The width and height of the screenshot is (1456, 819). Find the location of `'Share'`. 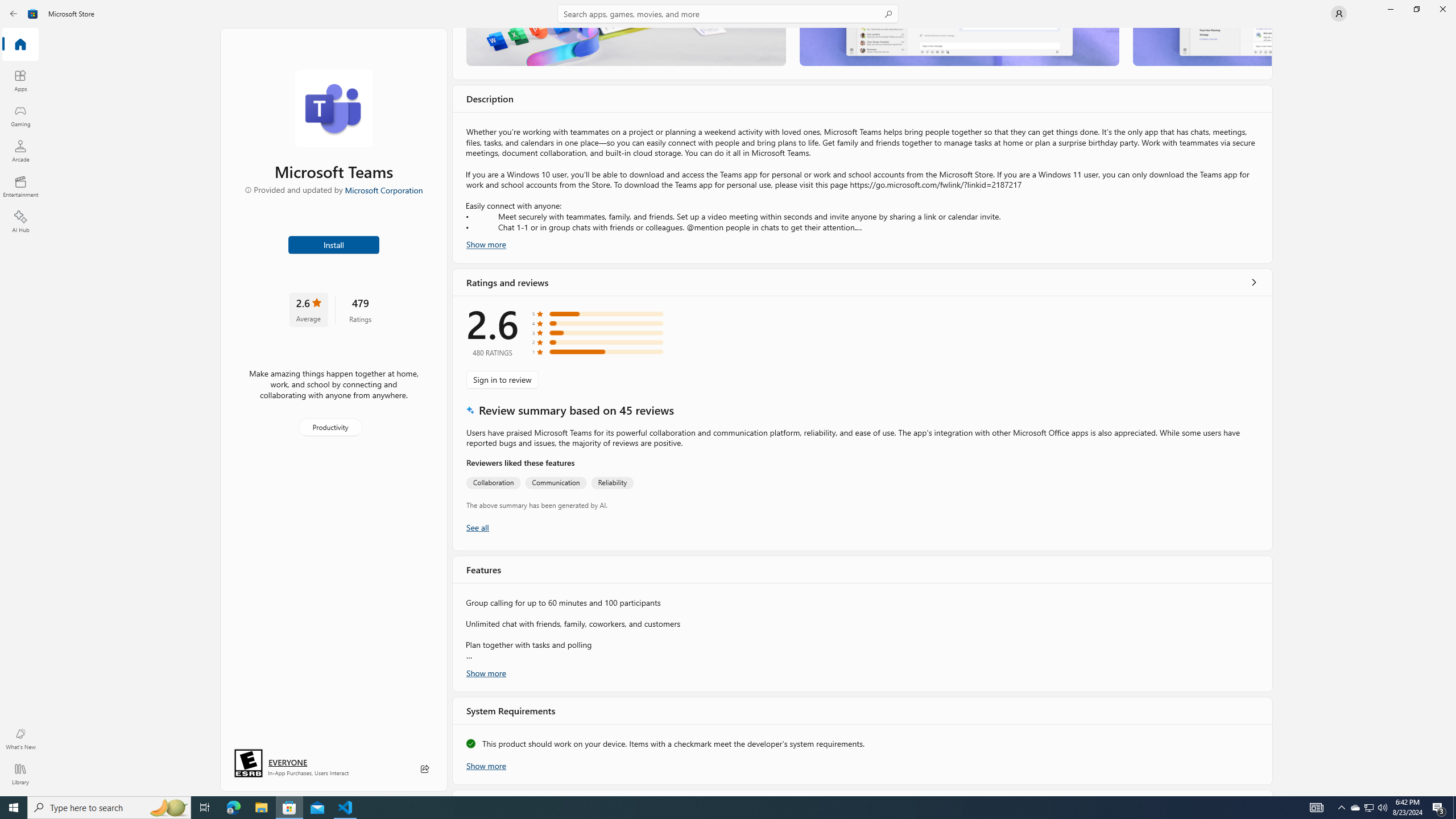

'Share' is located at coordinates (424, 768).